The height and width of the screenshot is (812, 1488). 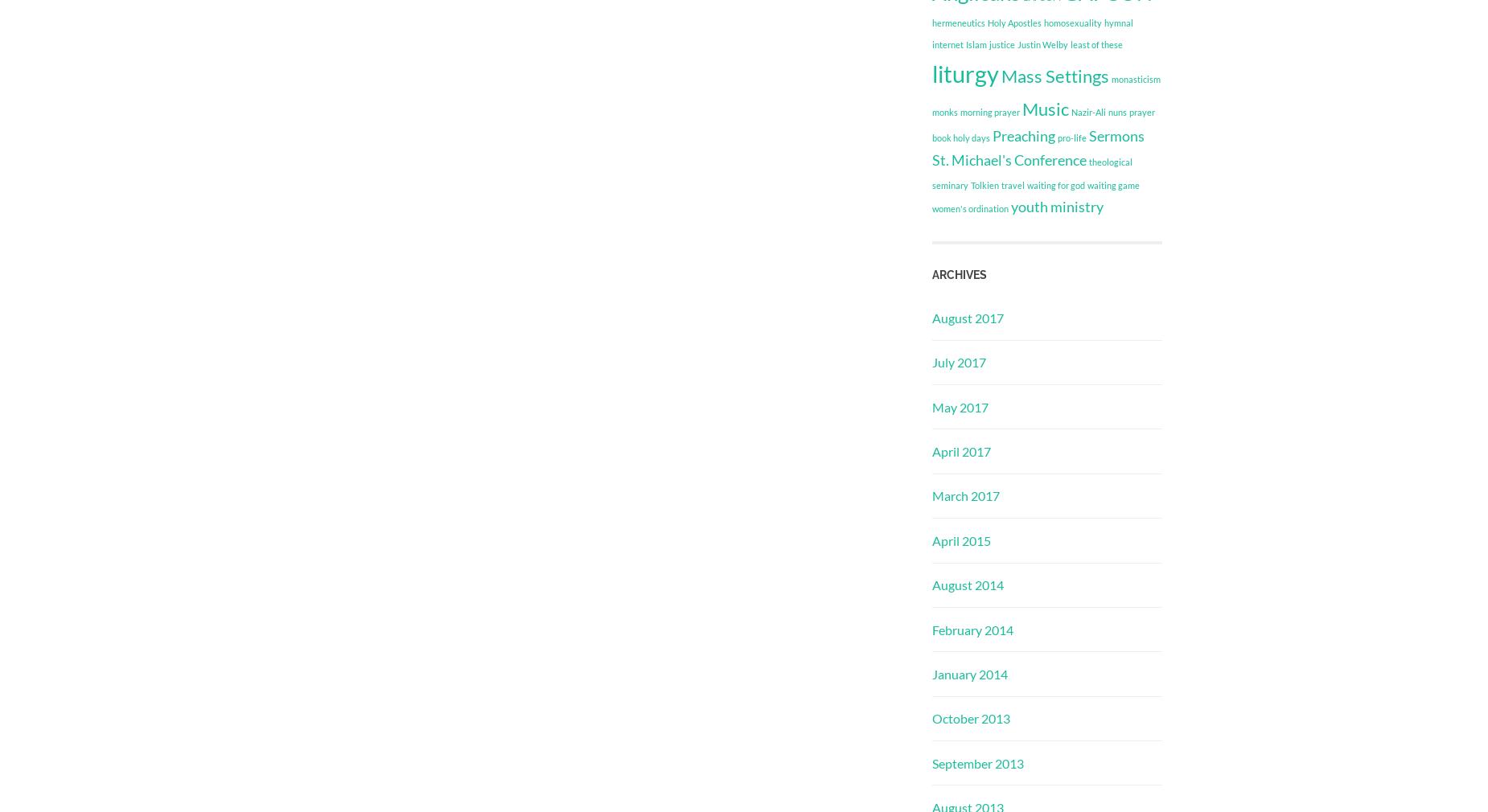 I want to click on 'Preaching', so click(x=1022, y=135).